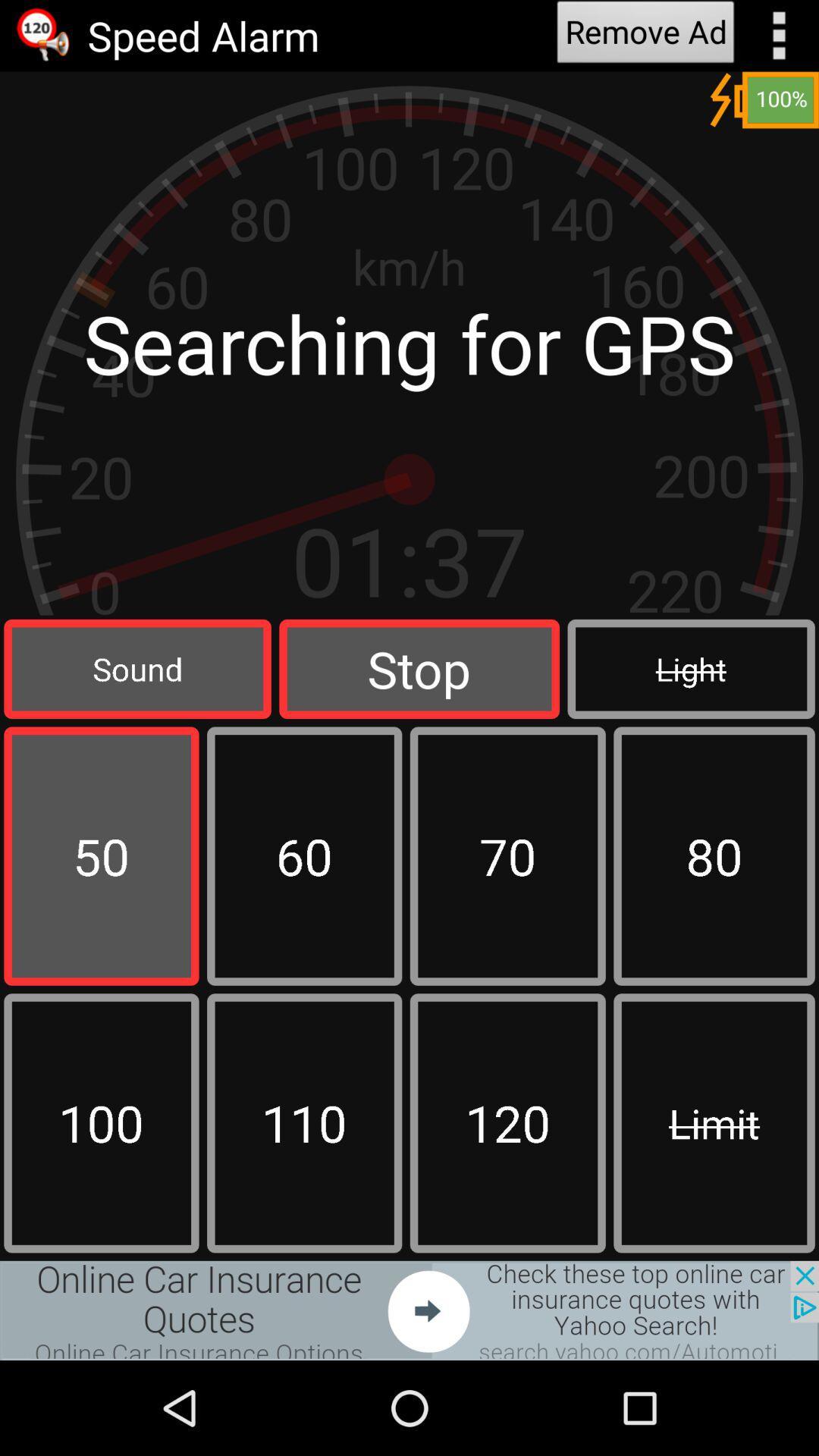 The height and width of the screenshot is (1456, 819). What do you see at coordinates (42, 36) in the screenshot?
I see `the icon which is left side of the speed alarm` at bounding box center [42, 36].